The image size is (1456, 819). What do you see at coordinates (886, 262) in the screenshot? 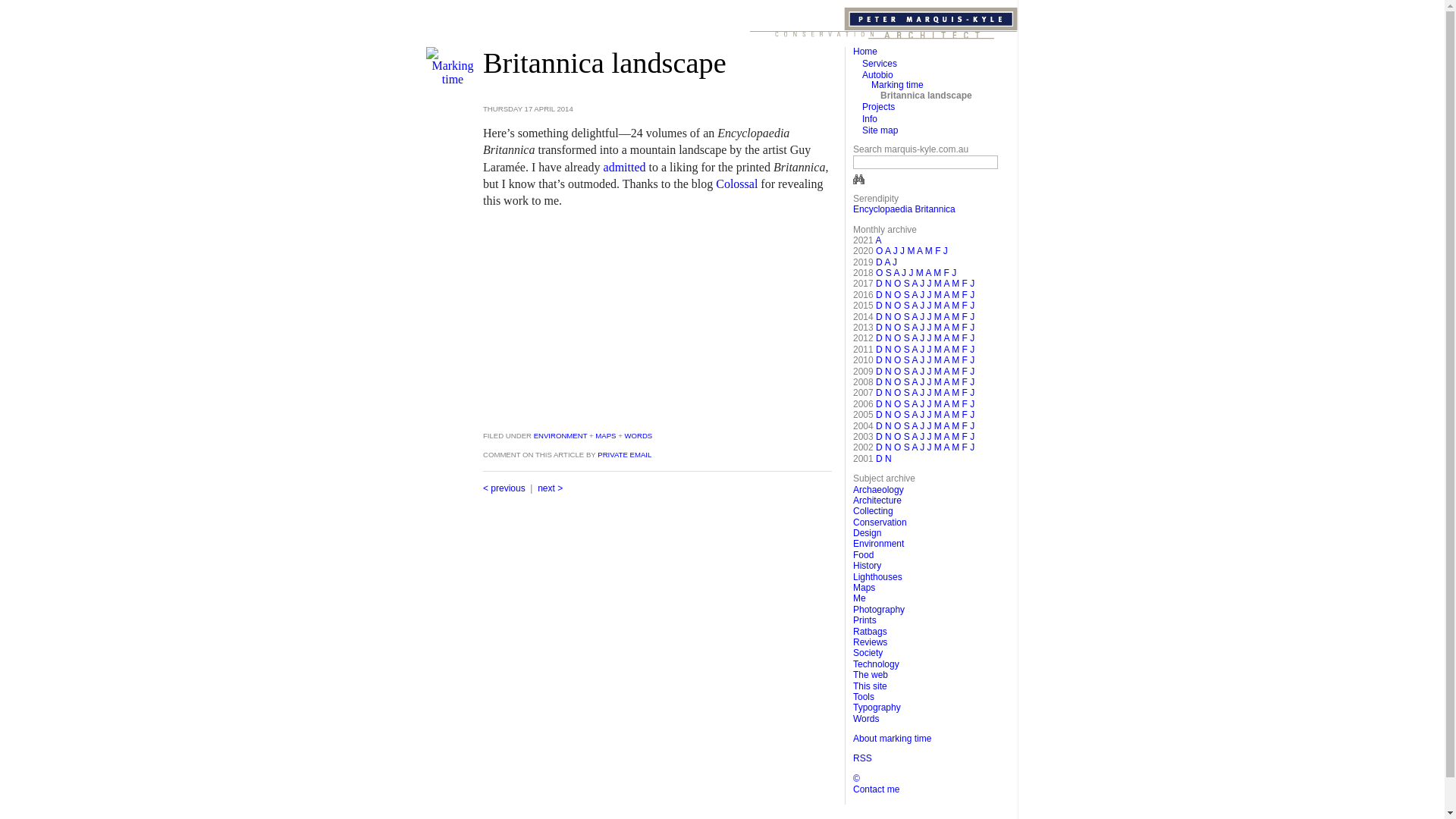
I see `'A'` at bounding box center [886, 262].